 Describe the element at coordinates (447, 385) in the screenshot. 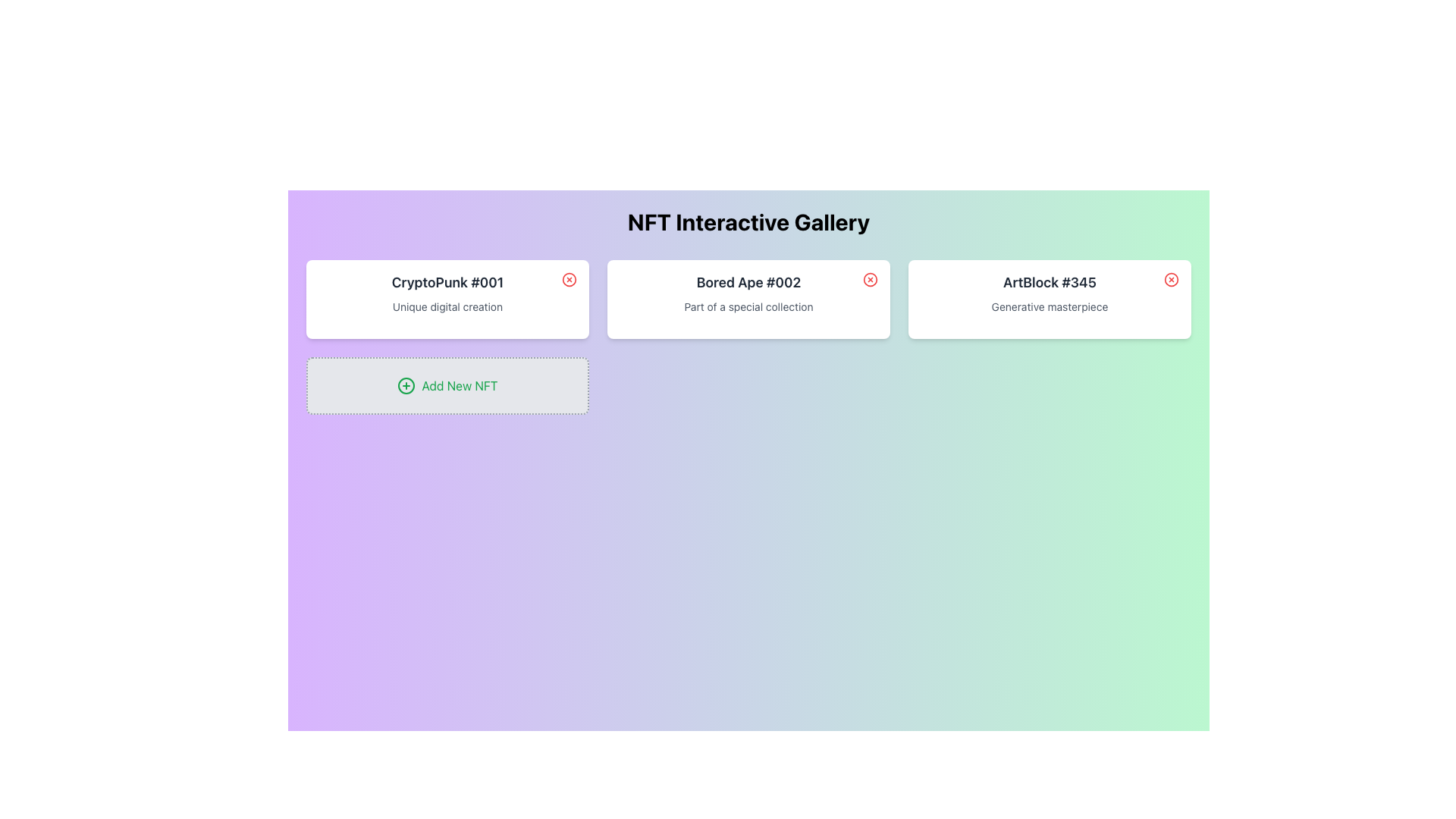

I see `the 'Add New NFT' button, which features a green circular icon with a plus symbol and is centrally positioned beneath NFT tiles` at that location.